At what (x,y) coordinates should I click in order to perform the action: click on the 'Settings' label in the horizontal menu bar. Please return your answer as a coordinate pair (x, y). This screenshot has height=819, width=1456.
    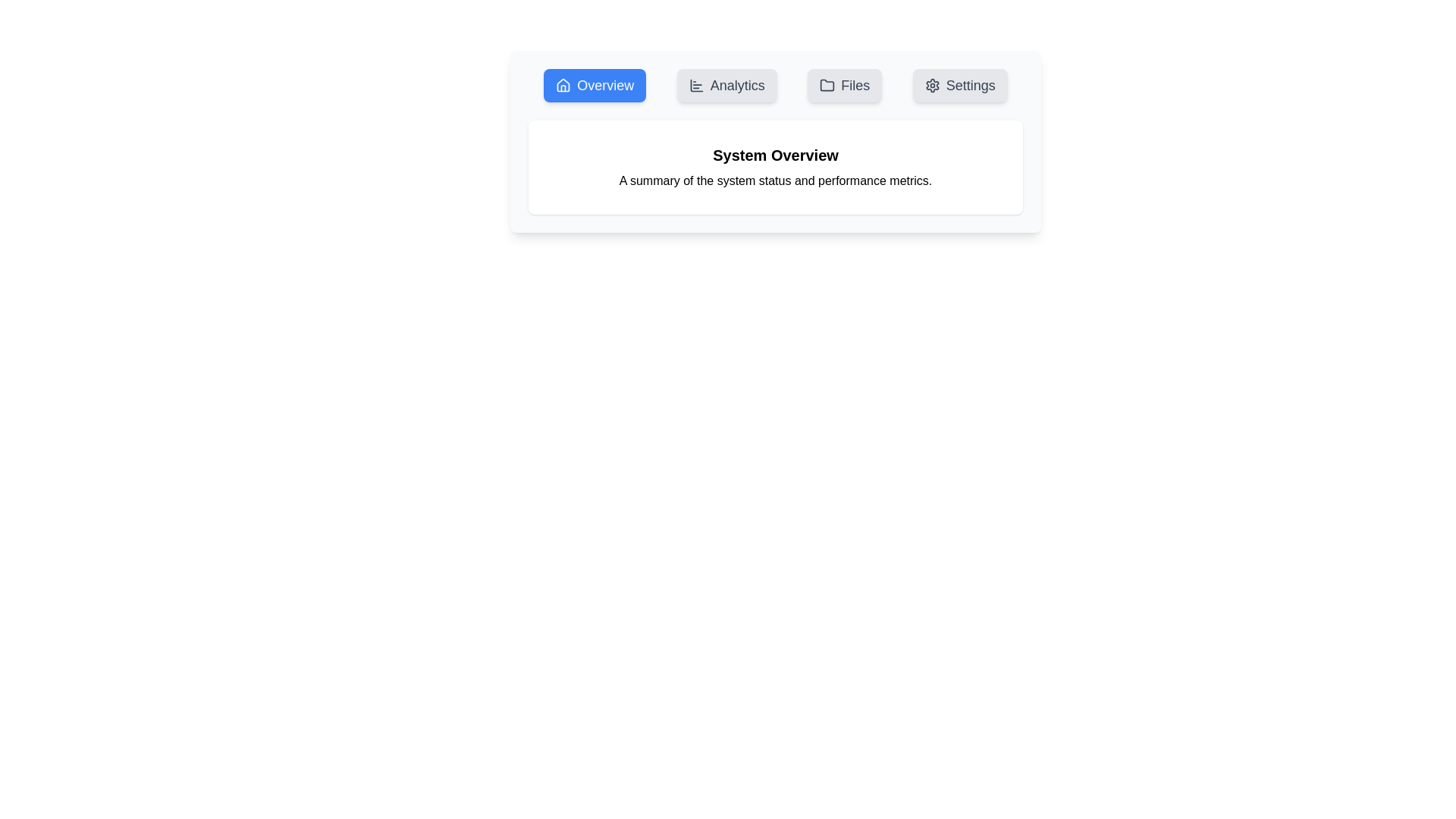
    Looking at the image, I should click on (971, 85).